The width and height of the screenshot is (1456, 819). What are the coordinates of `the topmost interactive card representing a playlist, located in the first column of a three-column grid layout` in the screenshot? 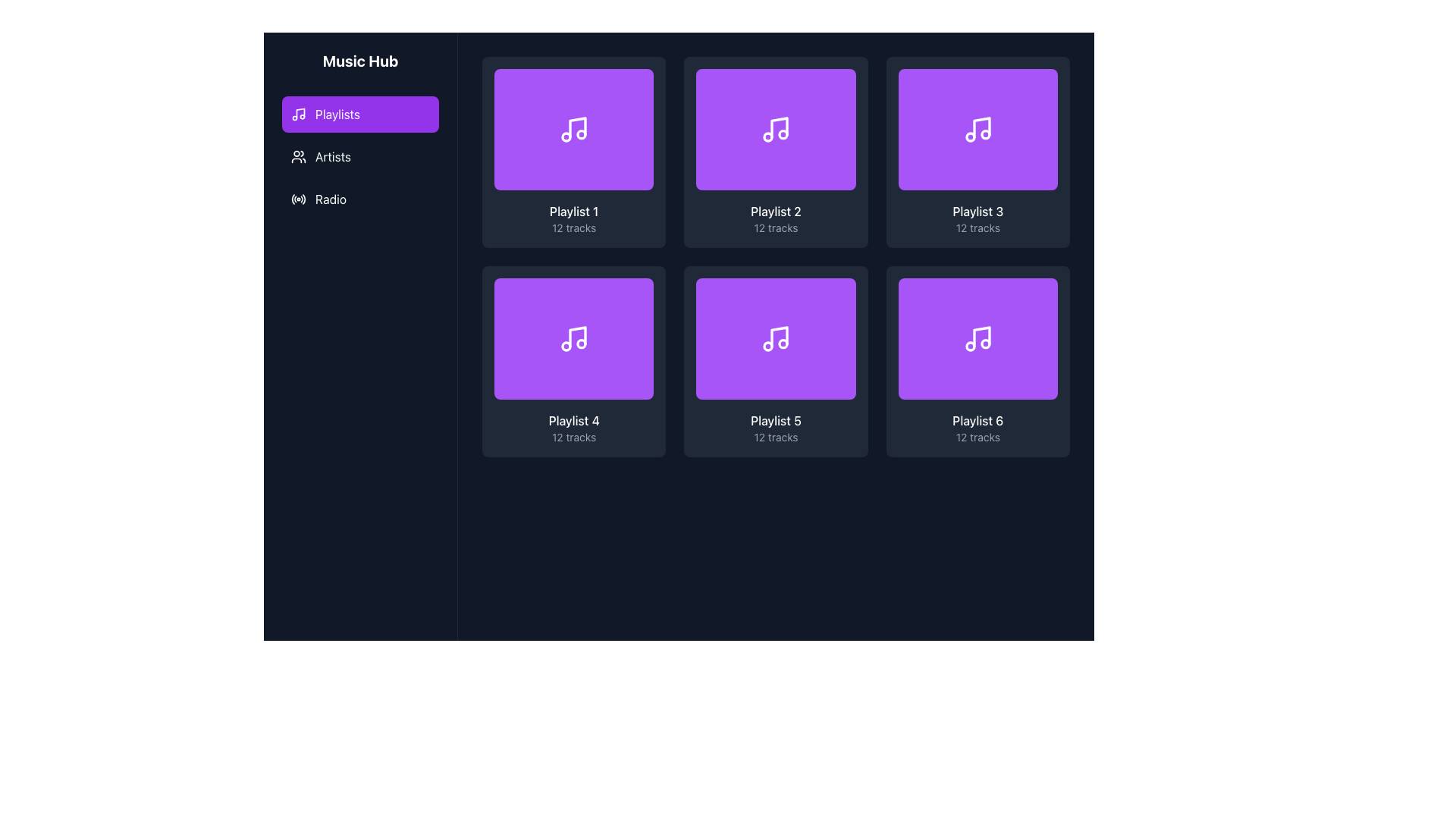 It's located at (573, 152).